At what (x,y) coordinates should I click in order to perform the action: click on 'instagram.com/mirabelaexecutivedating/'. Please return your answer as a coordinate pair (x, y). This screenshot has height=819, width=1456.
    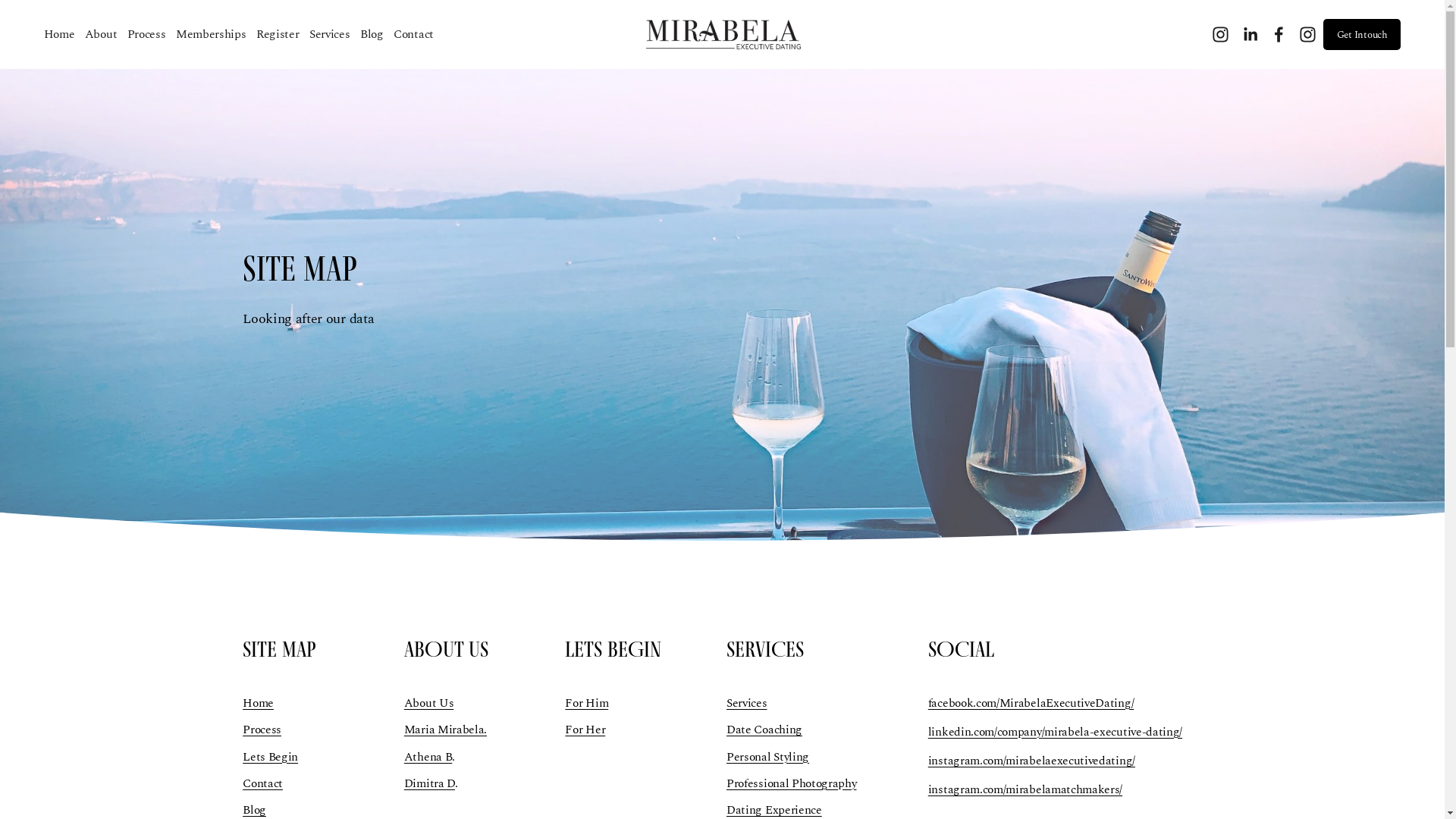
    Looking at the image, I should click on (1031, 760).